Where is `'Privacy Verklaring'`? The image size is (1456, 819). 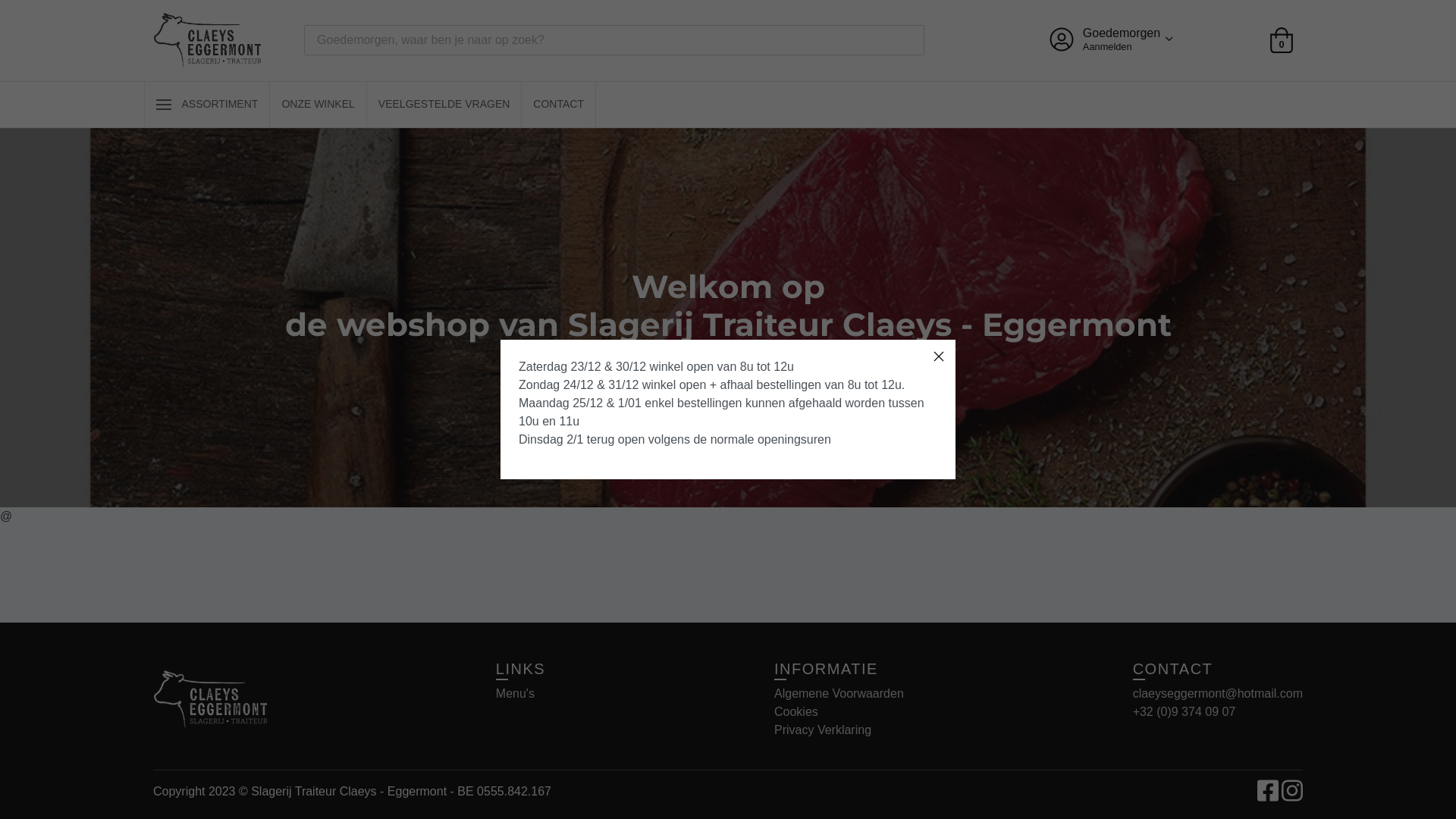
'Privacy Verklaring' is located at coordinates (821, 729).